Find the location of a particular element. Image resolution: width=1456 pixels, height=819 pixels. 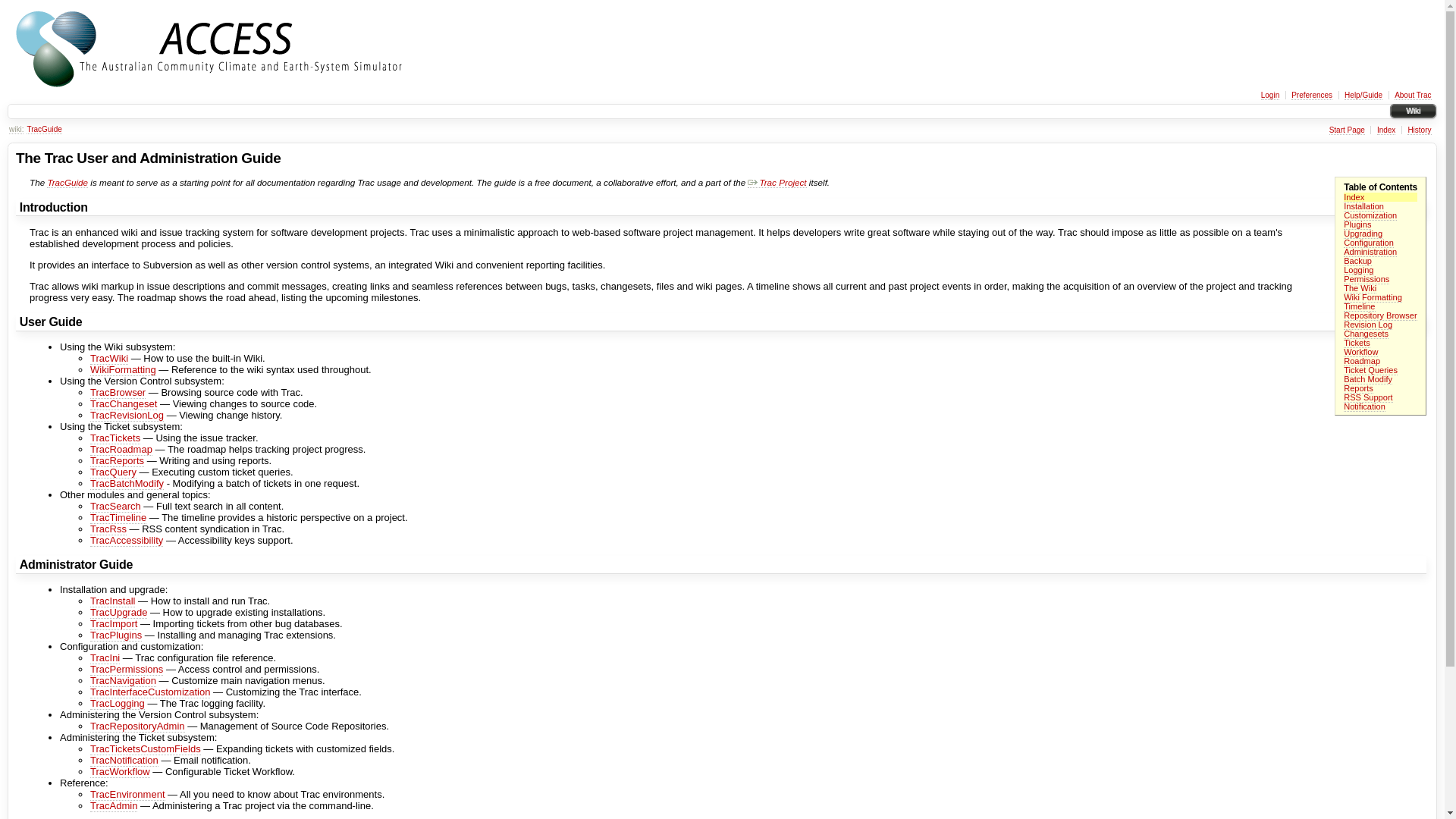

'RSS Support' is located at coordinates (1343, 397).